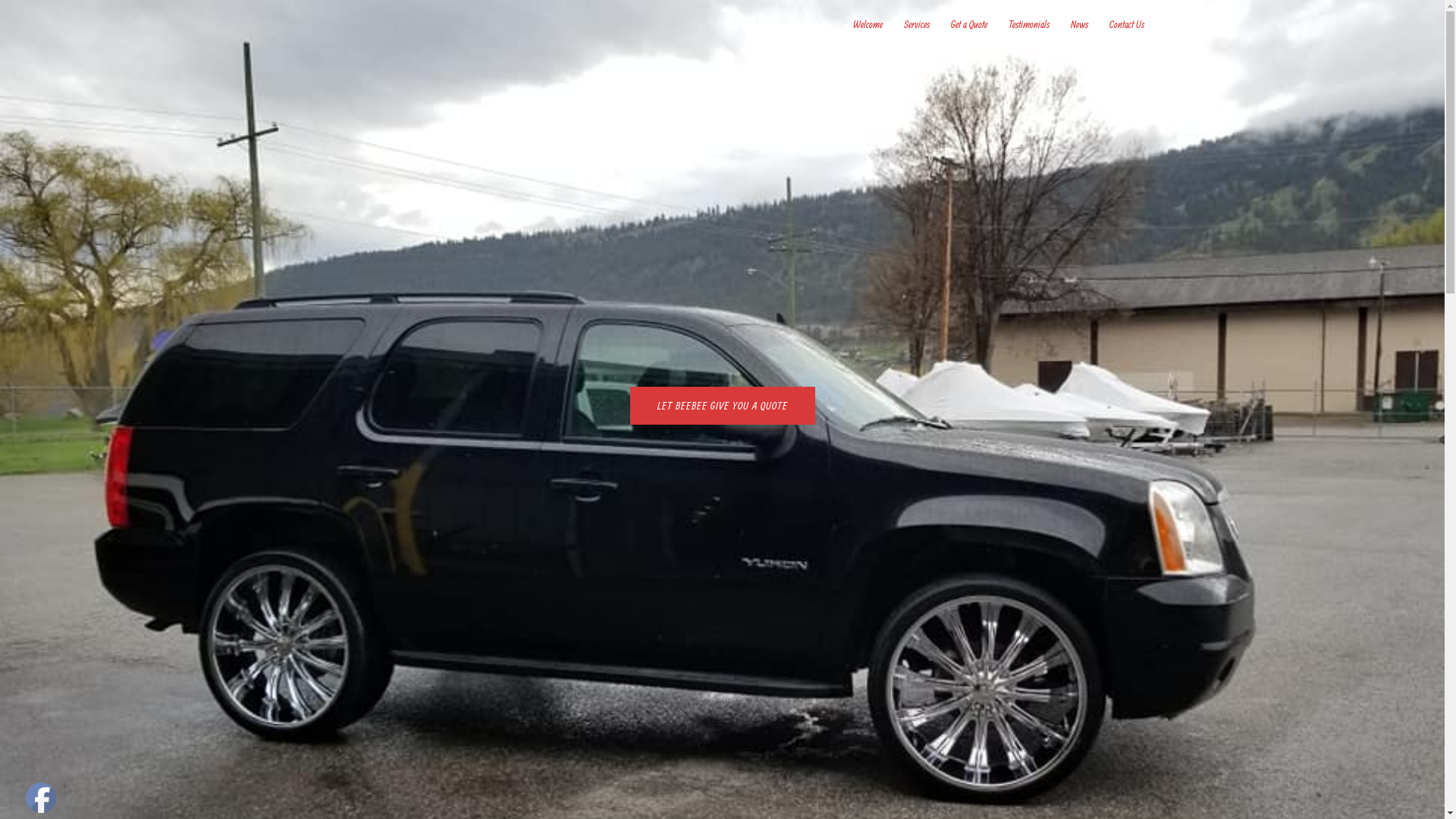  I want to click on 'Contact Us', so click(1125, 25).